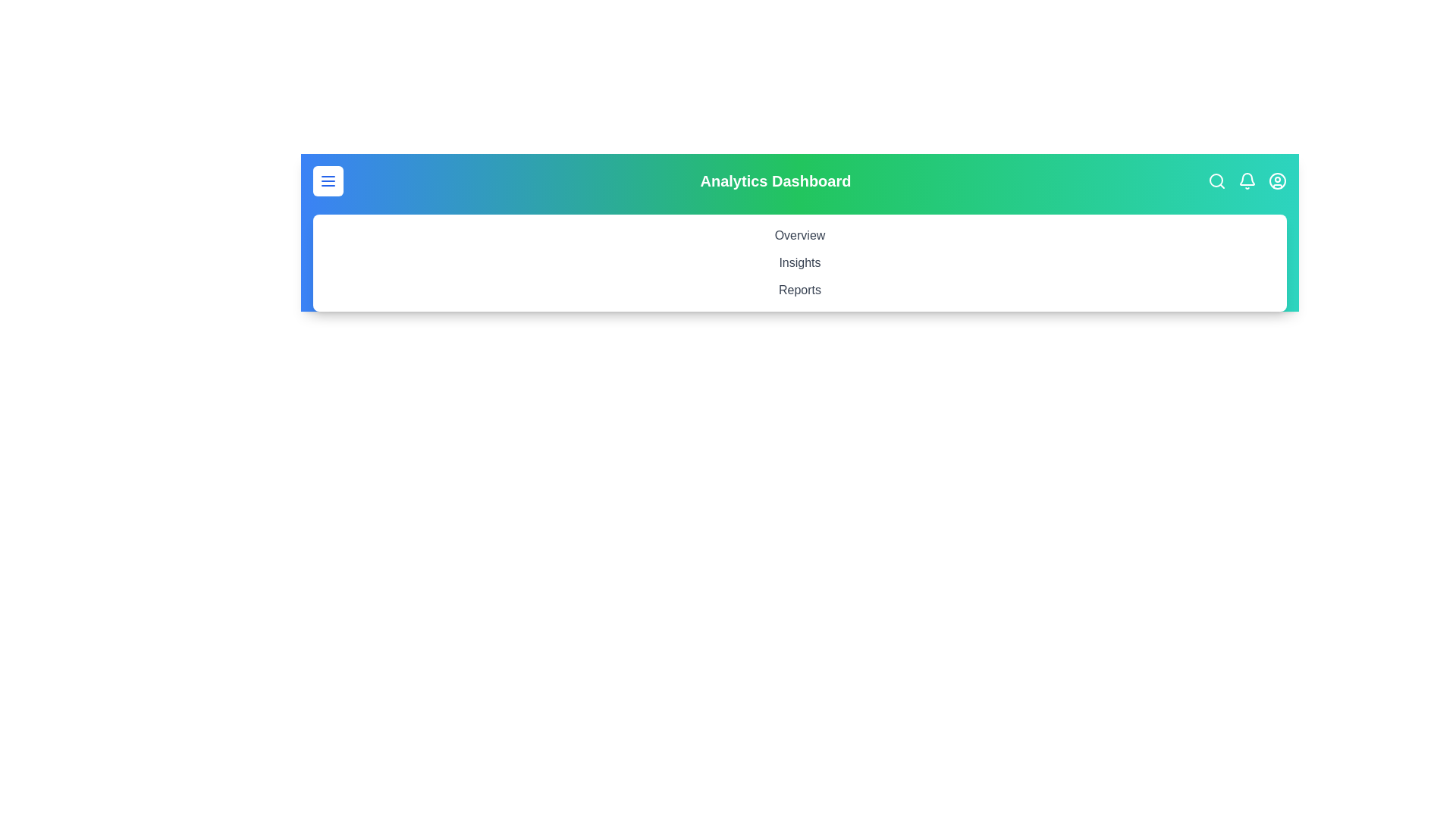 Image resolution: width=1456 pixels, height=819 pixels. What do you see at coordinates (1216, 180) in the screenshot?
I see `the search icon to activate the search functionality` at bounding box center [1216, 180].